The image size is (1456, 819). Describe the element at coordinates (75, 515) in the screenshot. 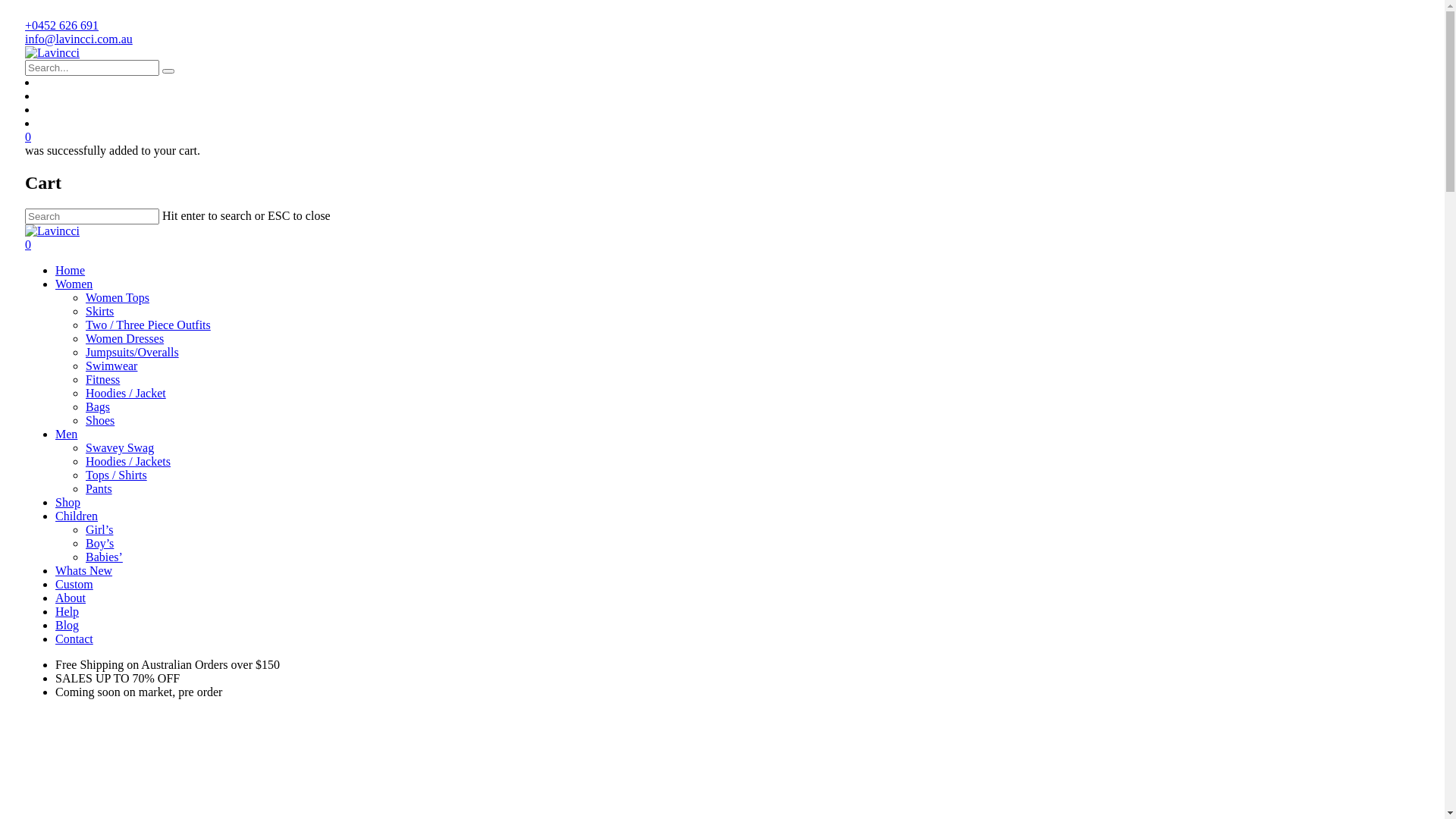

I see `'Children'` at that location.